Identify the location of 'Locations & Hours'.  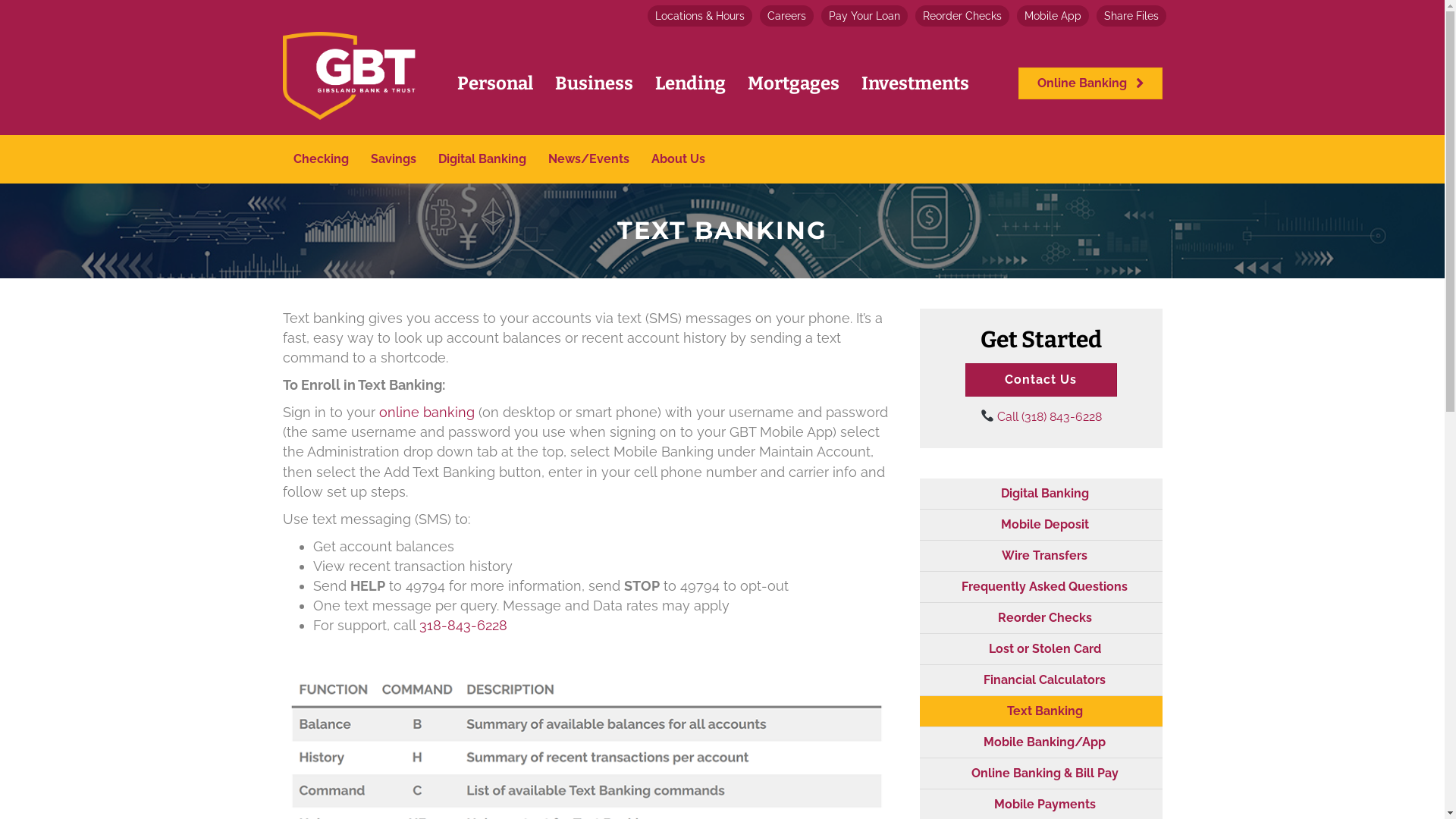
(648, 15).